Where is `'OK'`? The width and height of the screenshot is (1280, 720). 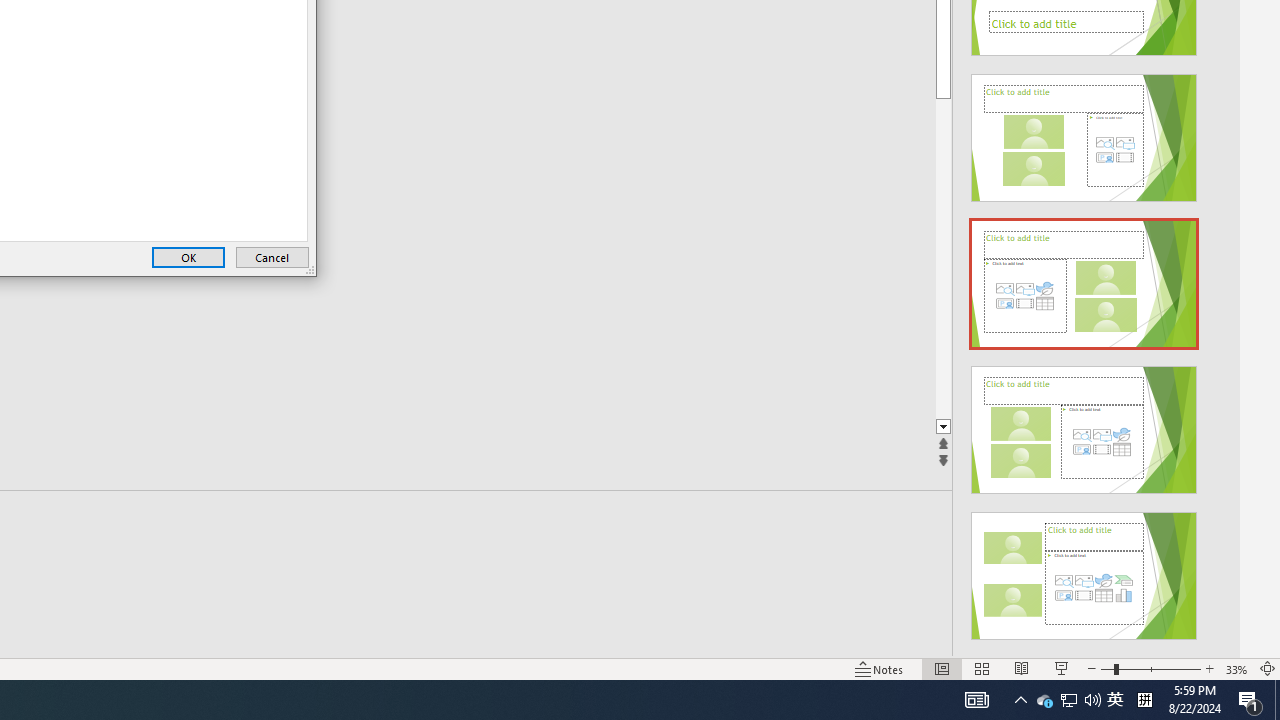
'OK' is located at coordinates (188, 256).